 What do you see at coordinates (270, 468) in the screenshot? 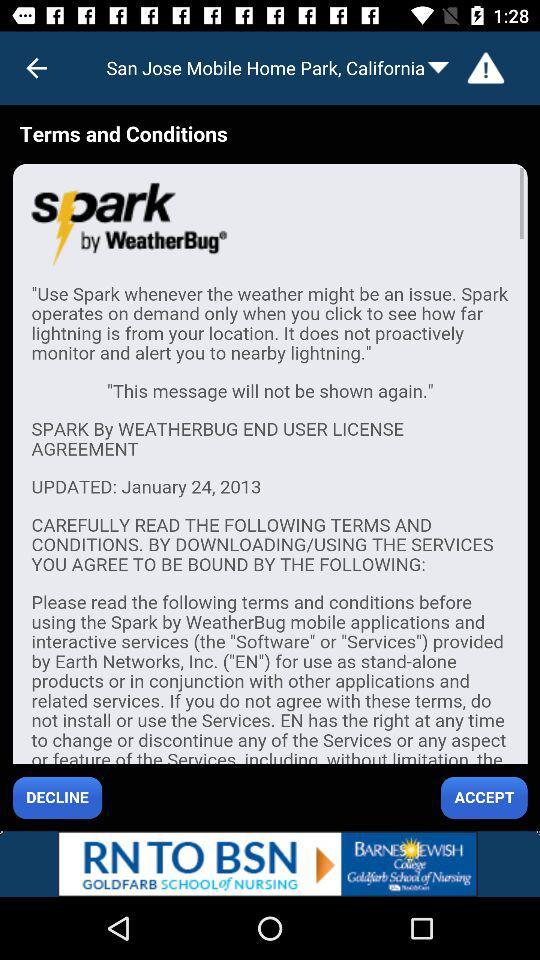
I see `the terms are very good` at bounding box center [270, 468].